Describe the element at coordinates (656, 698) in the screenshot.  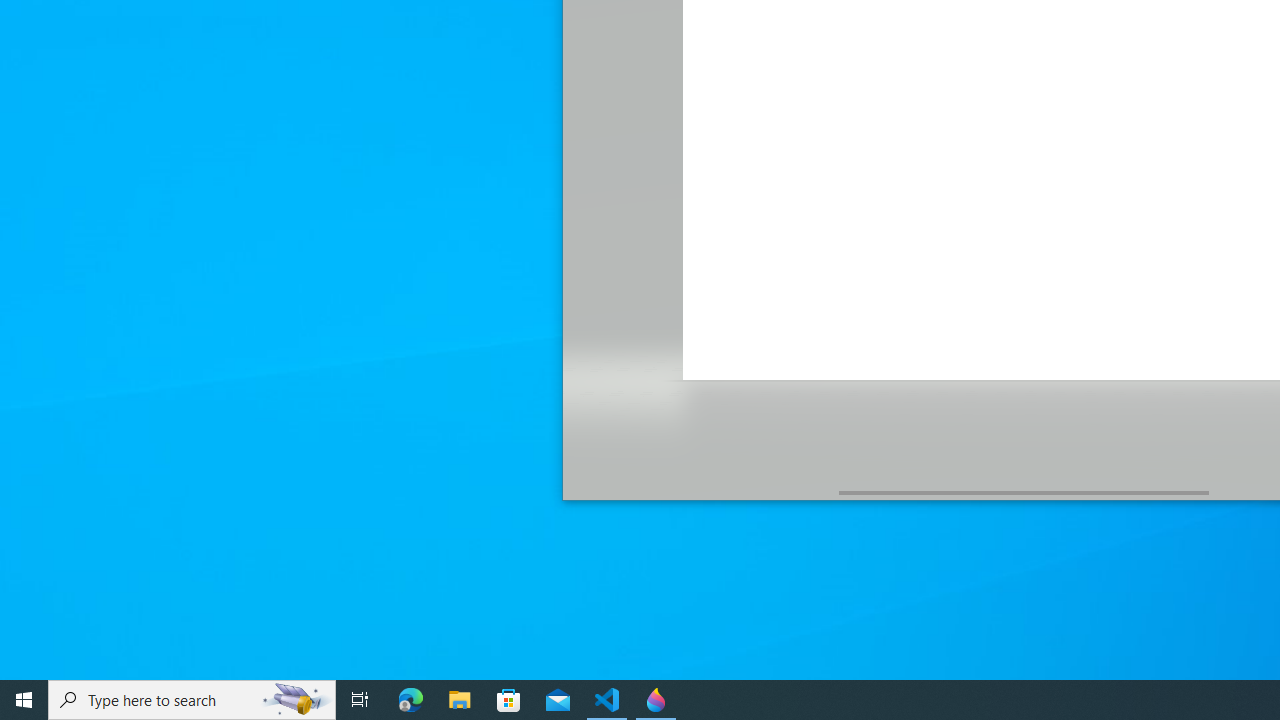
I see `'Paint 3D - 1 running window'` at that location.